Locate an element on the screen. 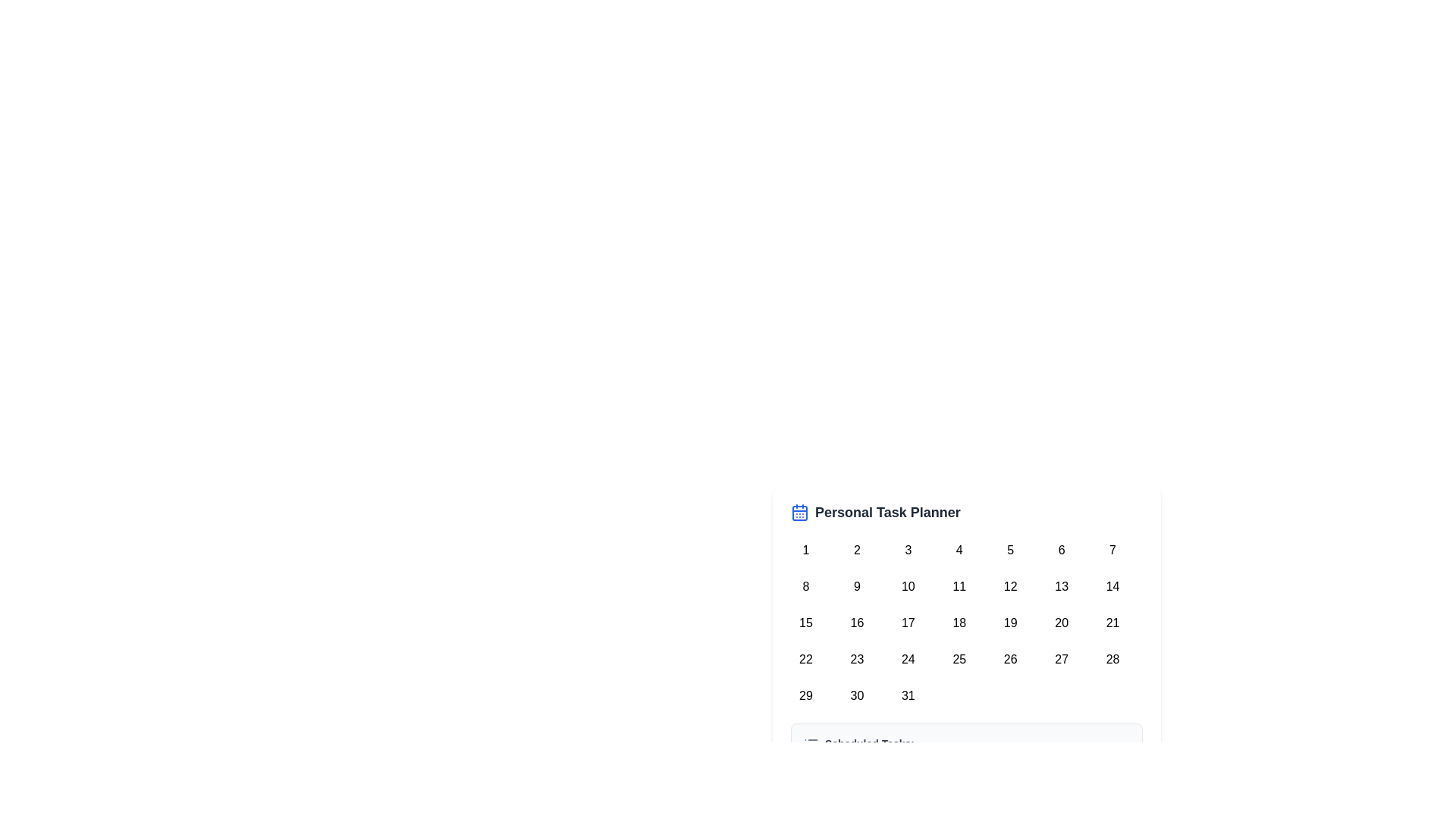  the button representing the third day in the calendar grid under the 'Personal Task Planner' heading is located at coordinates (908, 550).